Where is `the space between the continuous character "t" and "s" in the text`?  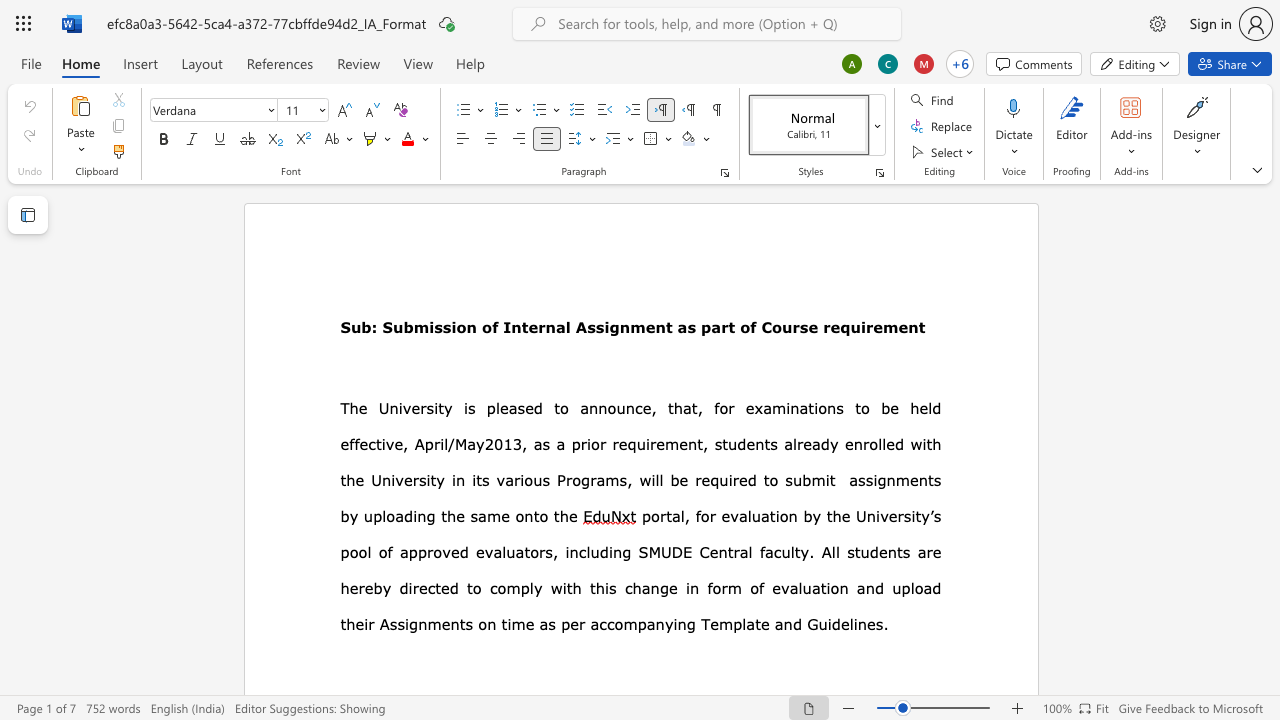
the space between the continuous character "t" and "s" in the text is located at coordinates (933, 480).